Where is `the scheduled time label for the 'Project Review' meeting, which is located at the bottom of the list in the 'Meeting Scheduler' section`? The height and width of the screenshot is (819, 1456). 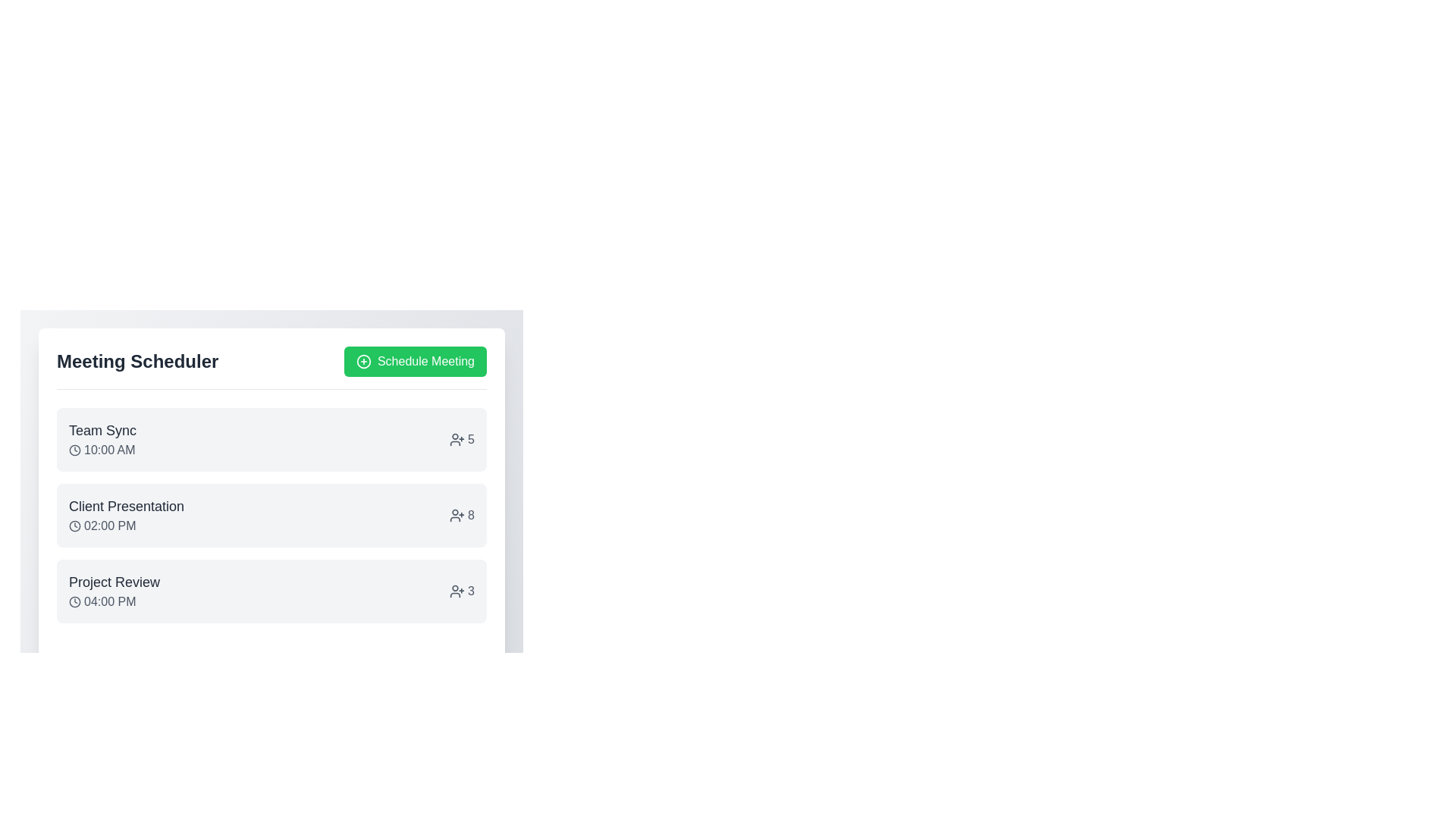
the scheduled time label for the 'Project Review' meeting, which is located at the bottom of the list in the 'Meeting Scheduler' section is located at coordinates (114, 601).